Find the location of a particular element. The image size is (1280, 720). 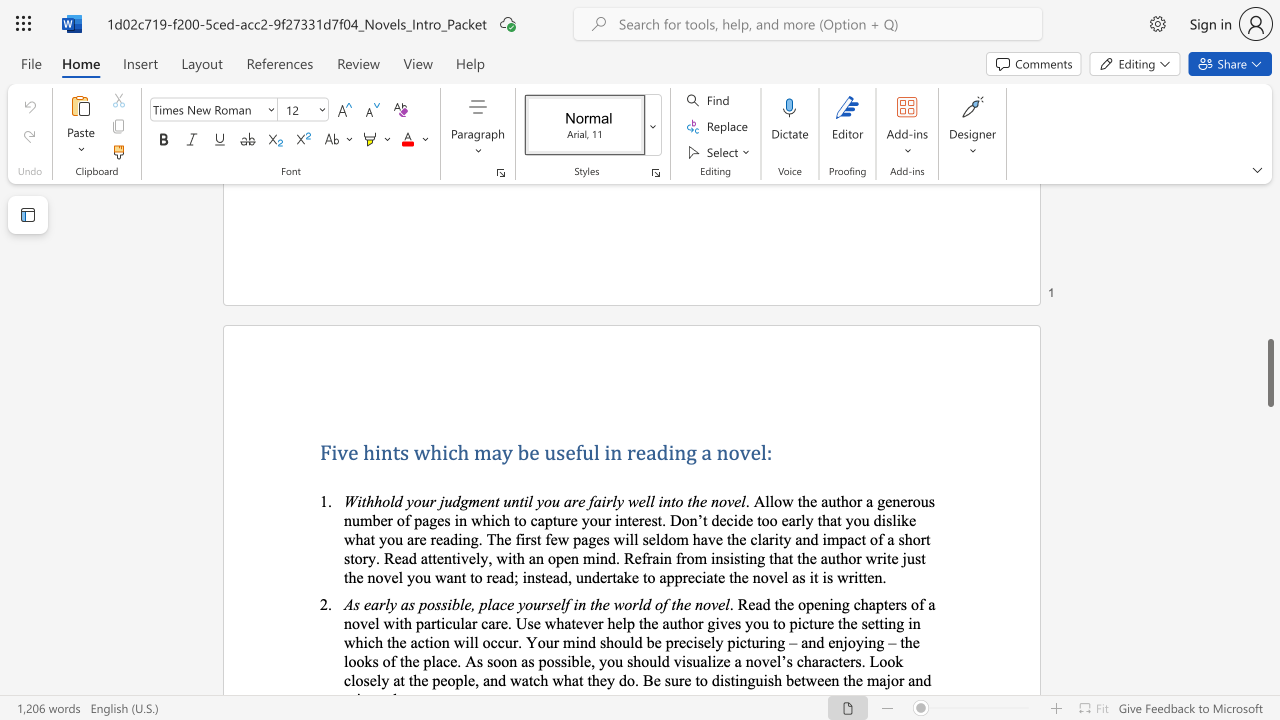

the subset text ". Read attentively, with an open mind. Refrain from insisting that the author write ju" within the text ". Allow the author a generous number of pages in which to capture your interest. Don’t decide too early that you dislike what you are reading. The first few pages will seldom have the clarity and impact of a short story. Read attentively, with an open mind. Refrain from insisting that the author write just the novel you want to read; instead, undertake to appreciate the novel as it is written." is located at coordinates (376, 558).